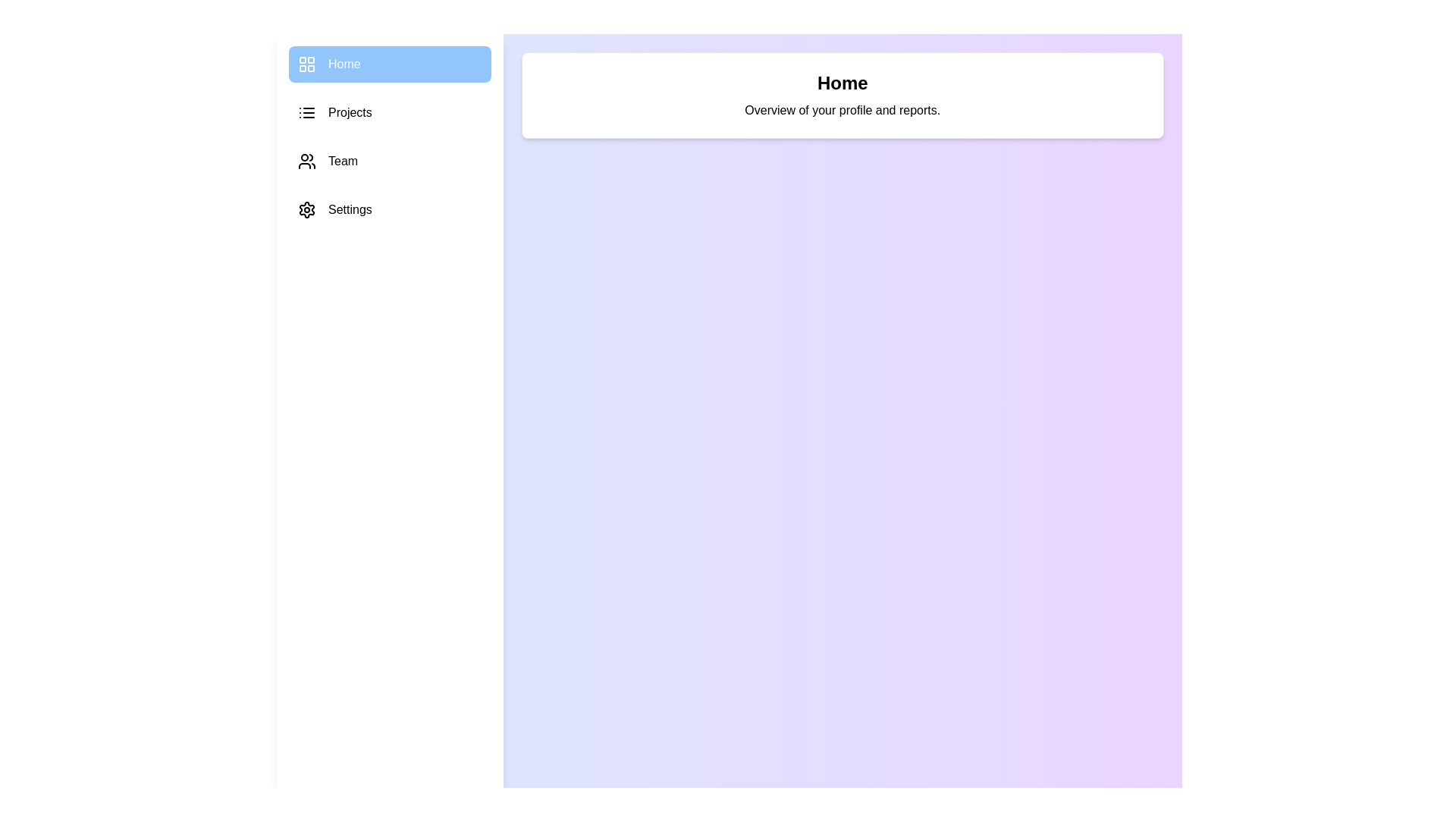 The image size is (1456, 819). What do you see at coordinates (390, 63) in the screenshot?
I see `the sidebar item labeled Home to view its hover effects` at bounding box center [390, 63].